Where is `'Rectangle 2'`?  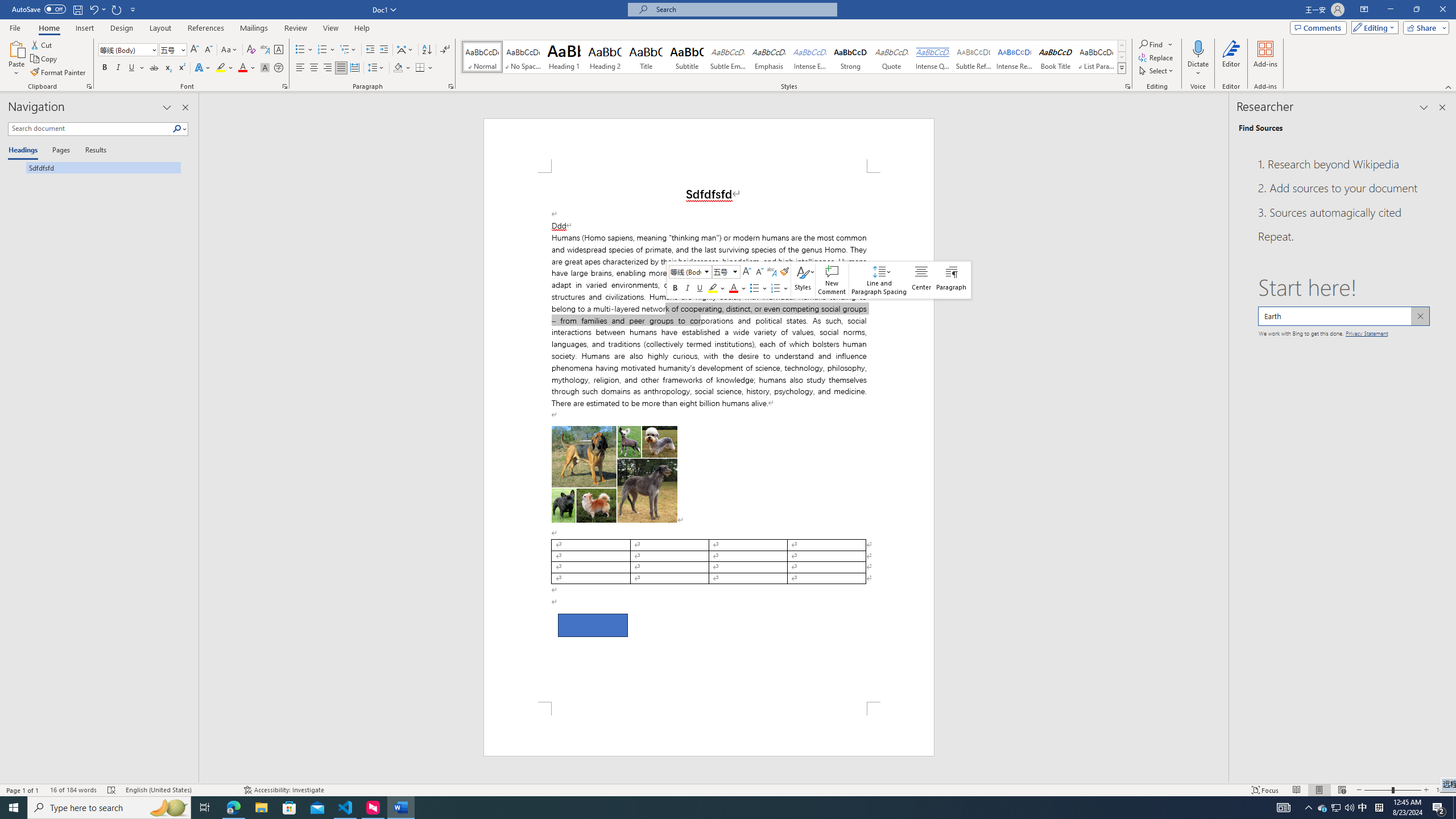 'Rectangle 2' is located at coordinates (591, 625).